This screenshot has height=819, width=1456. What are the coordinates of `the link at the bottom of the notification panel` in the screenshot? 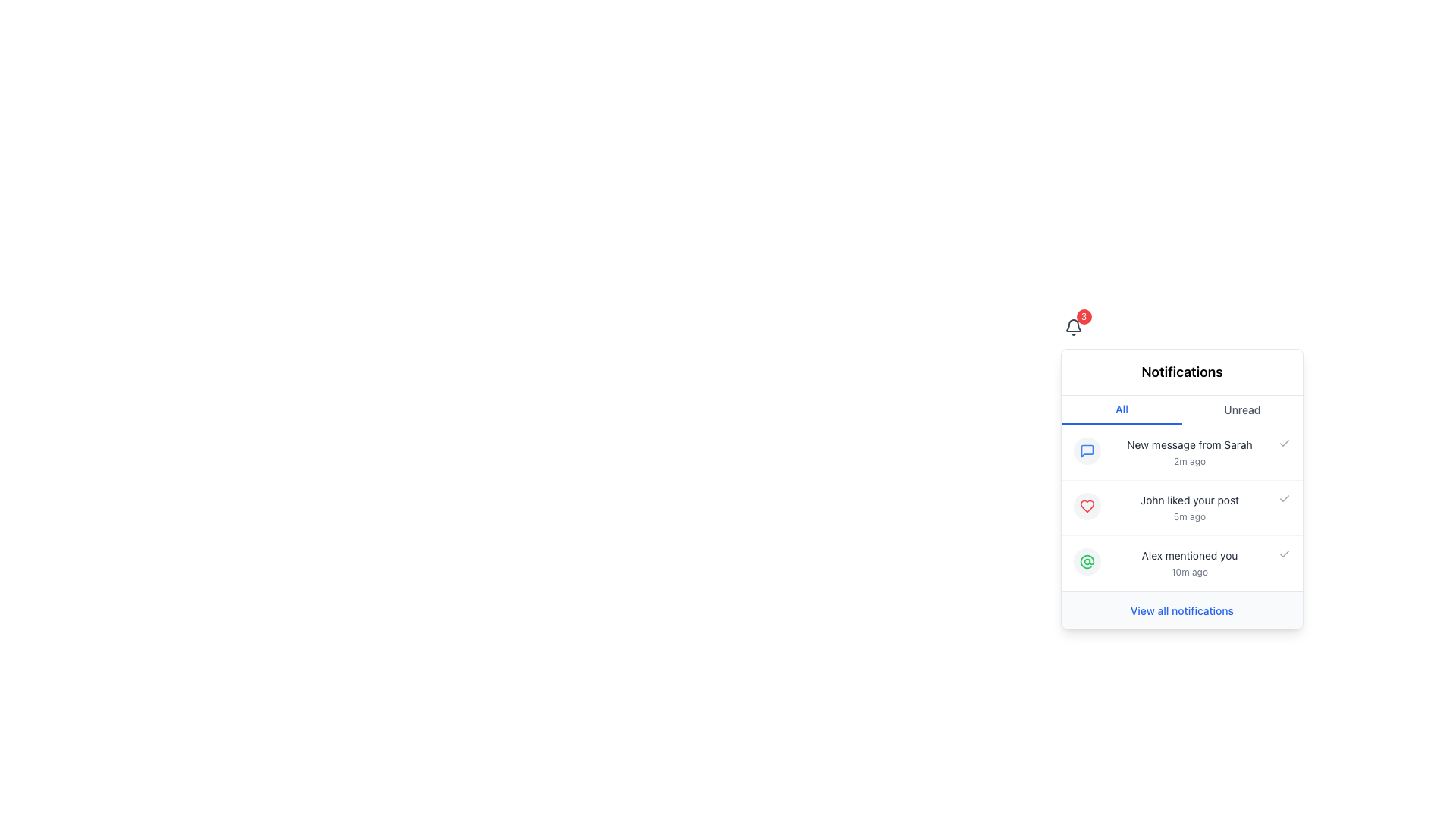 It's located at (1181, 610).